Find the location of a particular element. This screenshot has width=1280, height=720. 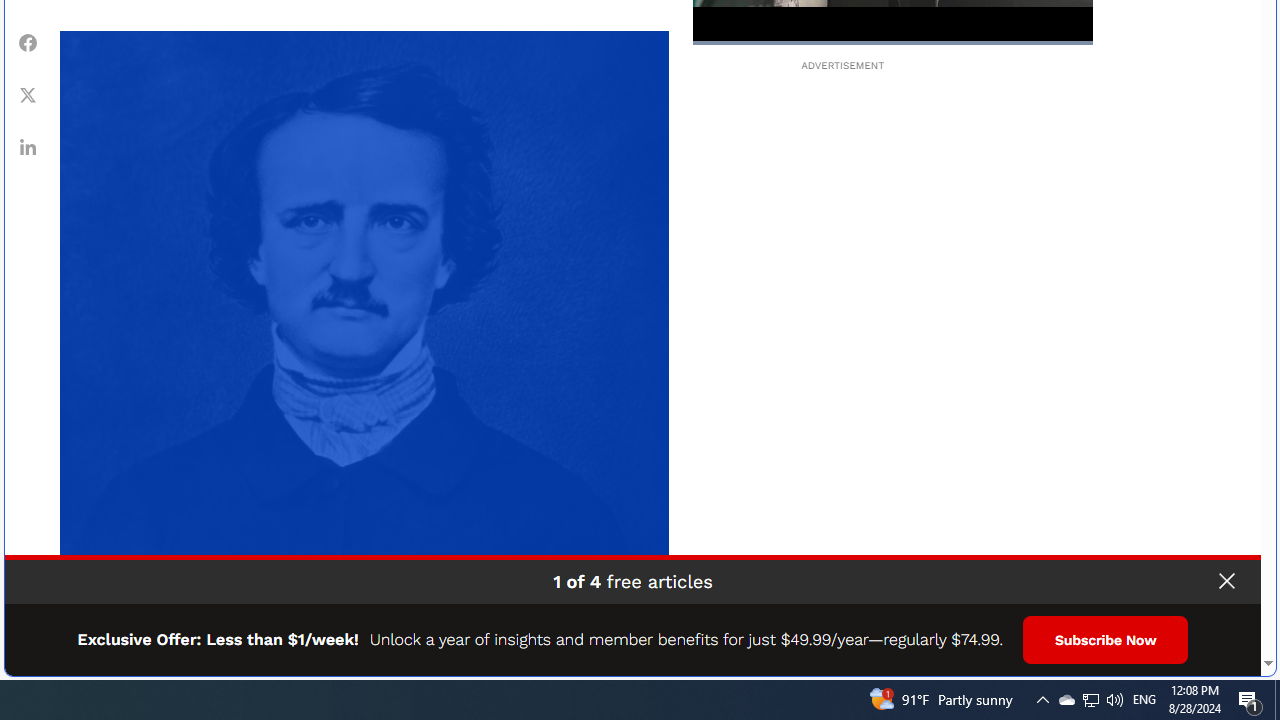

'Class: fs-icon fs-icon--Facebook' is located at coordinates (28, 42).